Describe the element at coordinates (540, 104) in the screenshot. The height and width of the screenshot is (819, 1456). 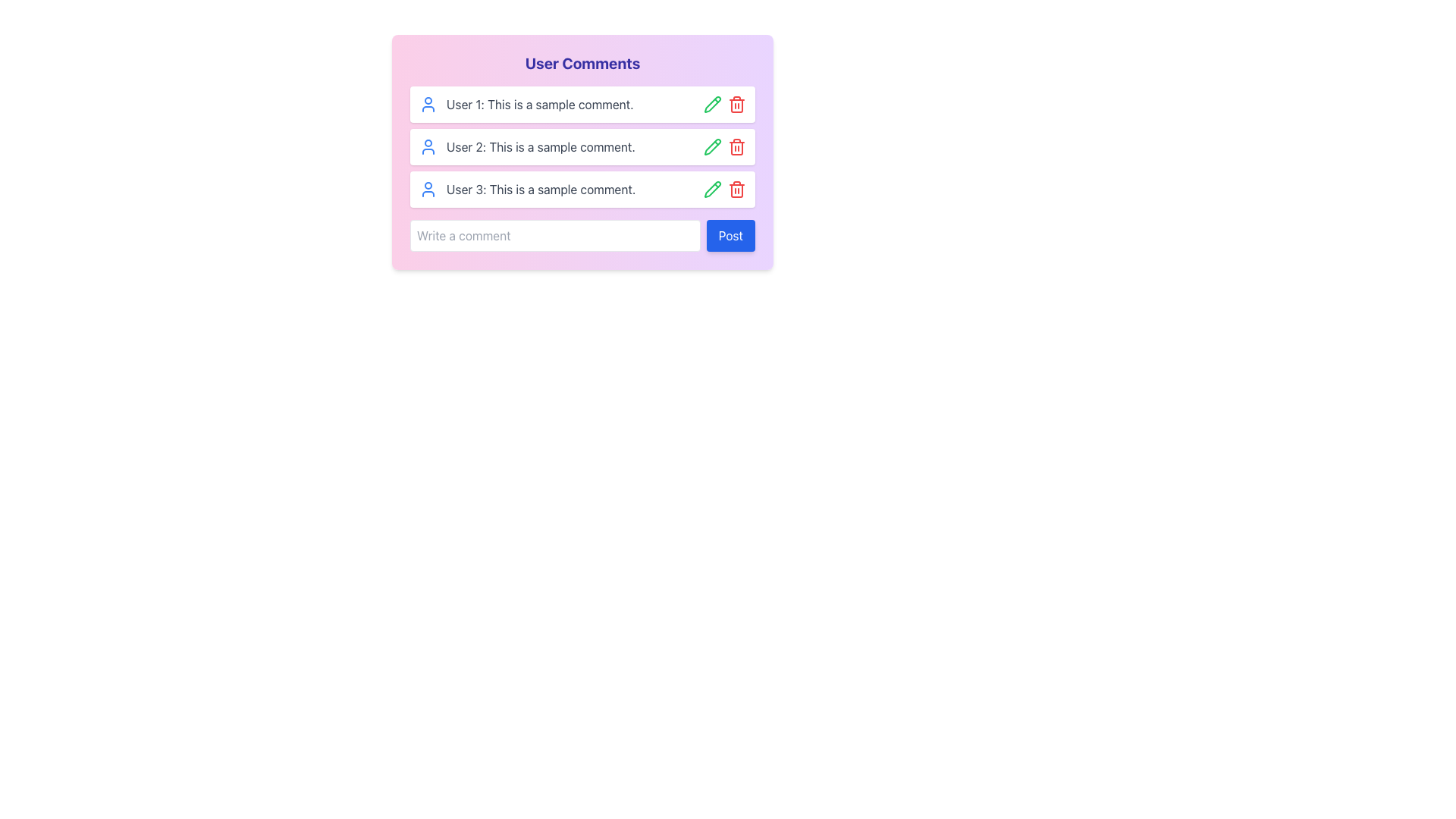
I see `static text element displaying 'User 1: This is a sample comment.' which is the first entry in the comment section, located beneath the title 'User Comments'` at that location.